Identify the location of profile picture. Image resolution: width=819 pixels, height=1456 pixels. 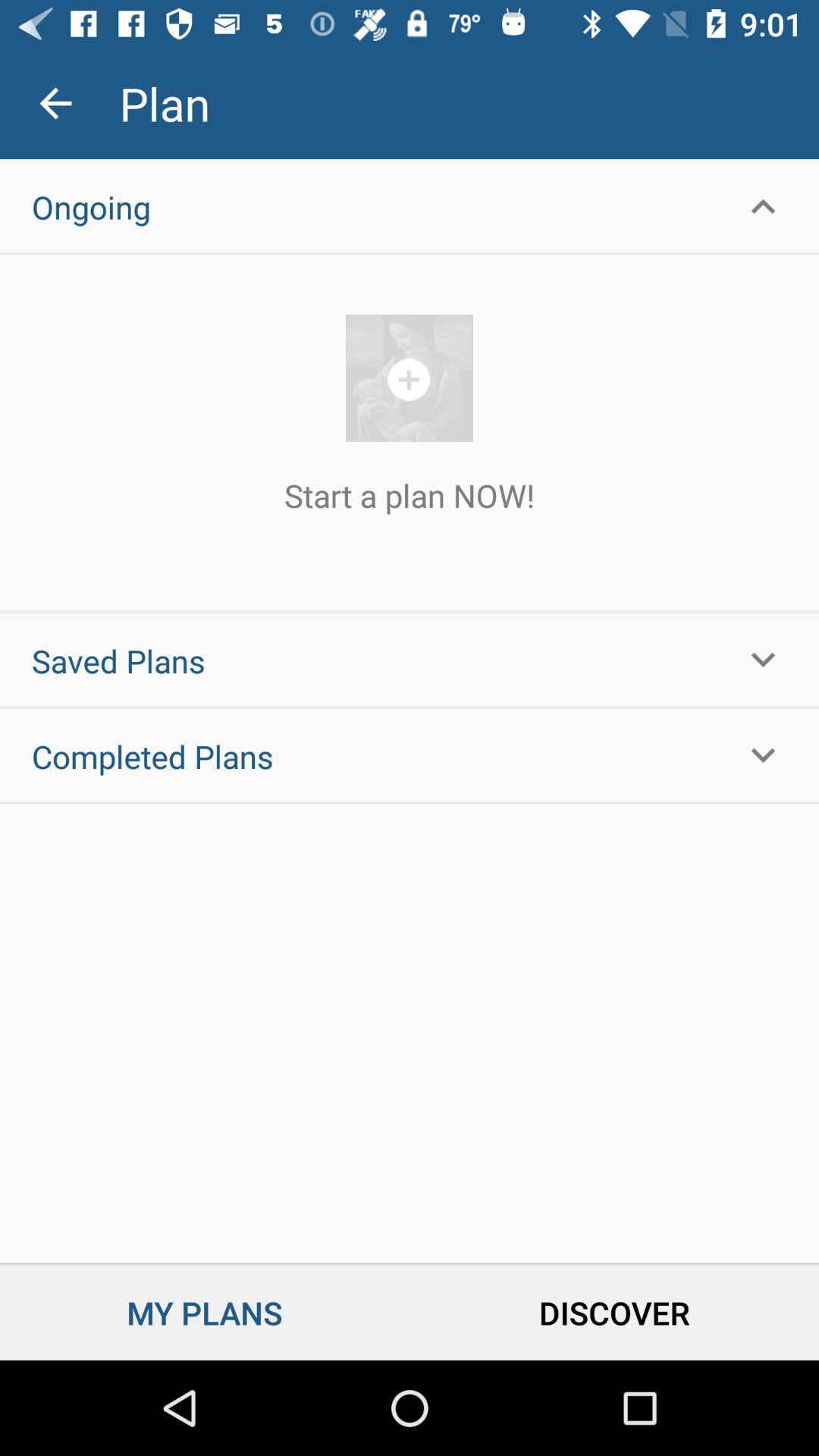
(409, 378).